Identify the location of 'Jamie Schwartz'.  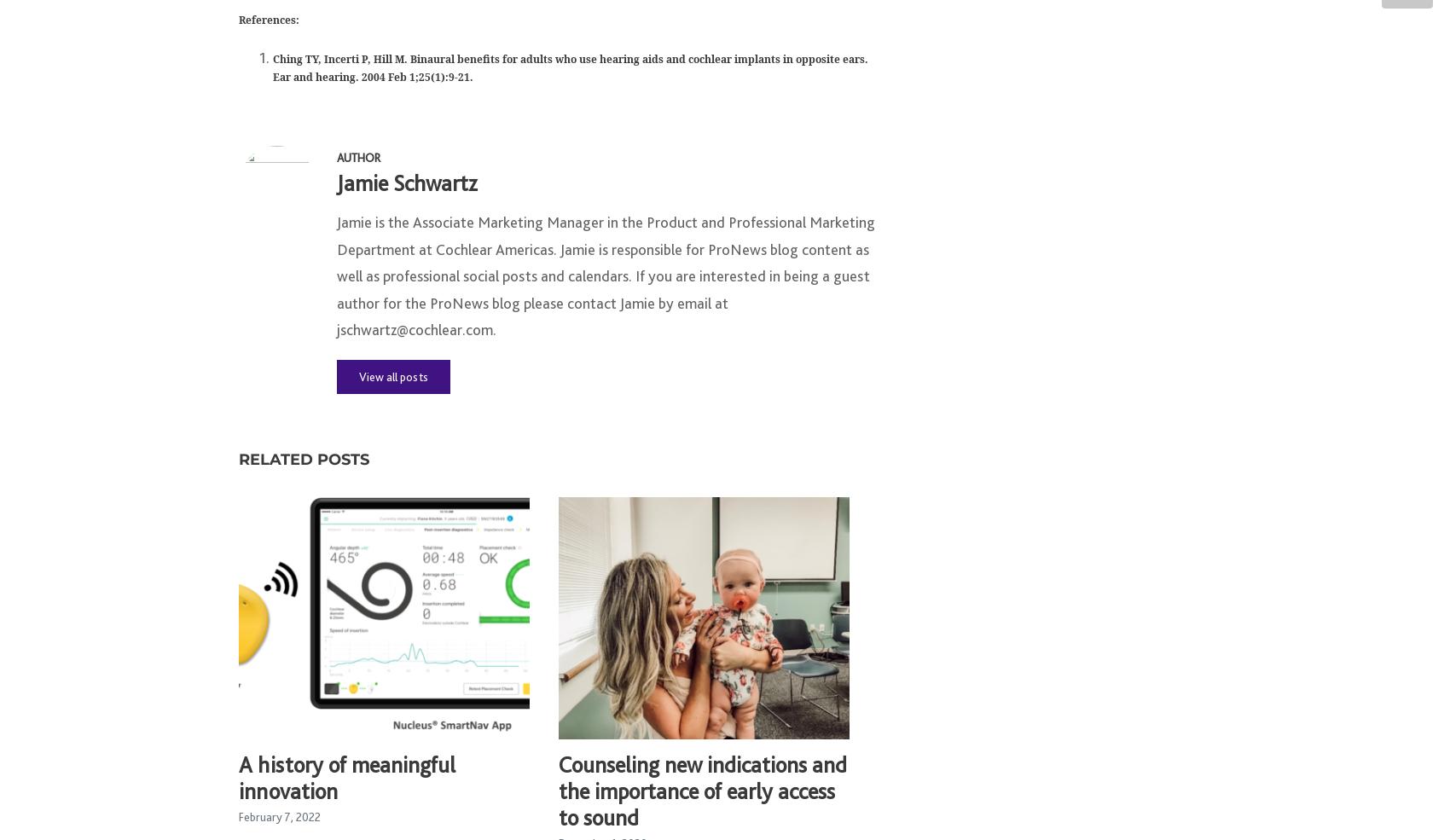
(336, 190).